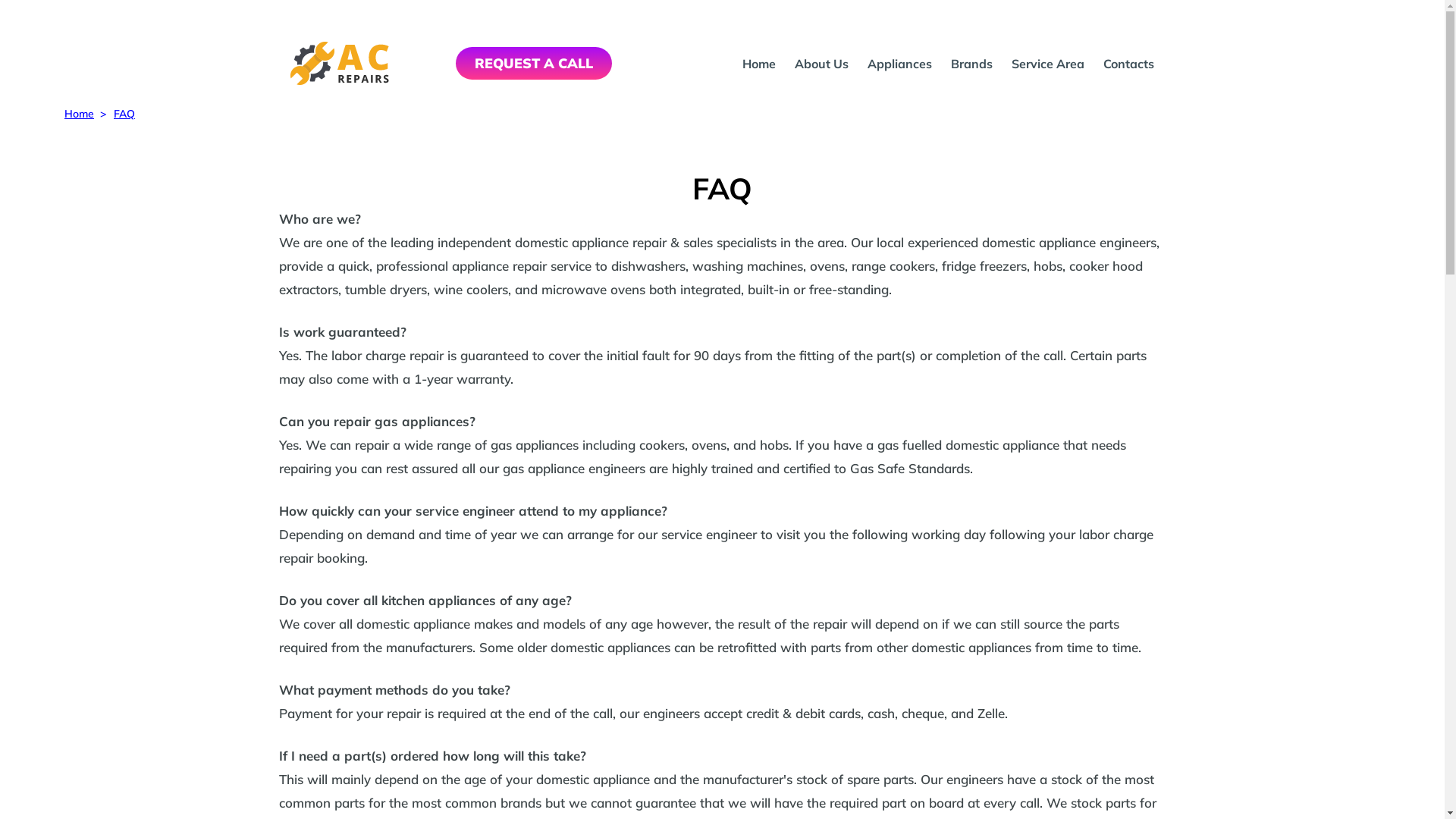 The image size is (1456, 819). I want to click on 'Service Area', so click(1012, 63).